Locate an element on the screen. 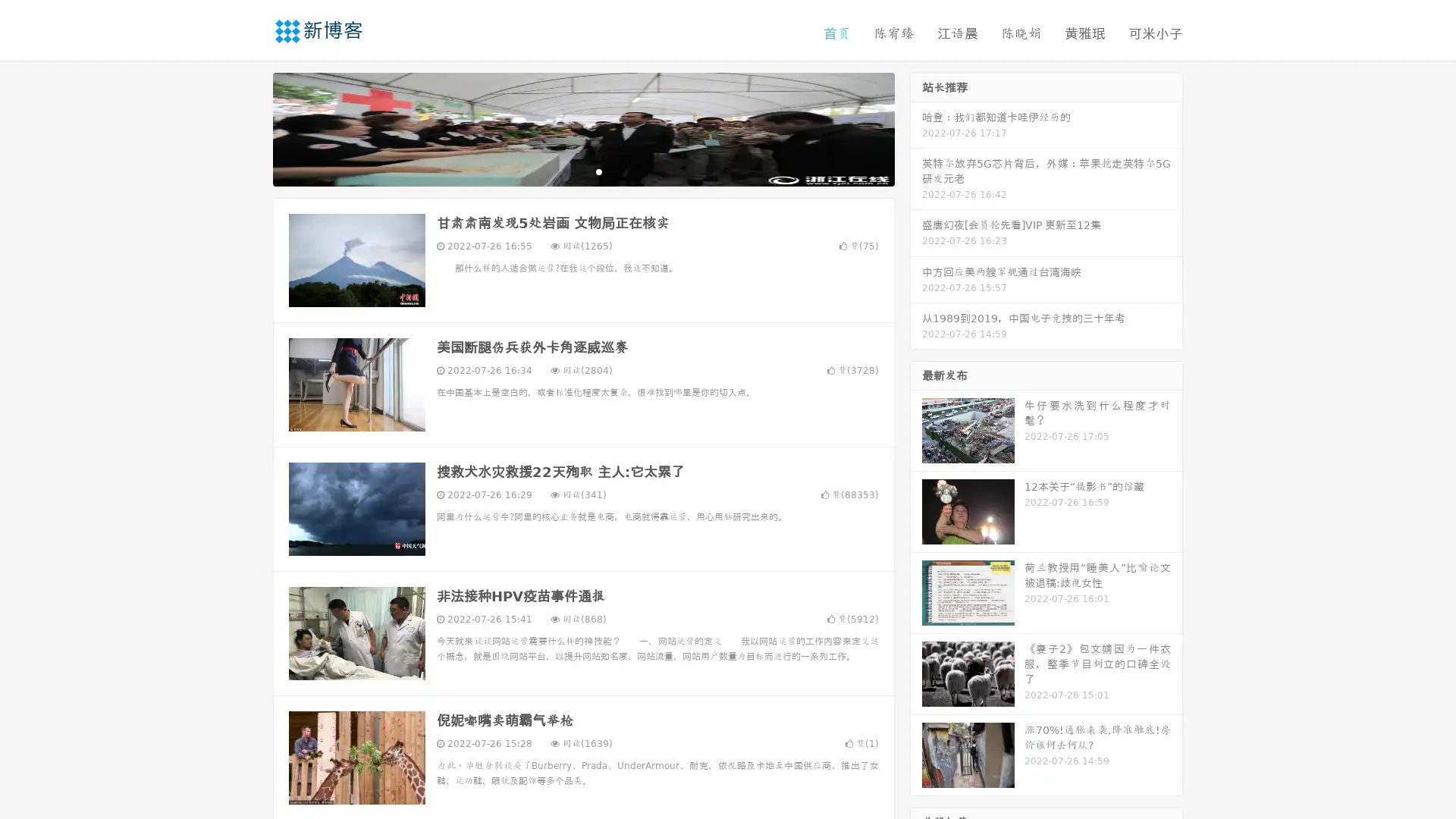 Image resolution: width=1456 pixels, height=819 pixels. Go to slide 2 is located at coordinates (582, 171).